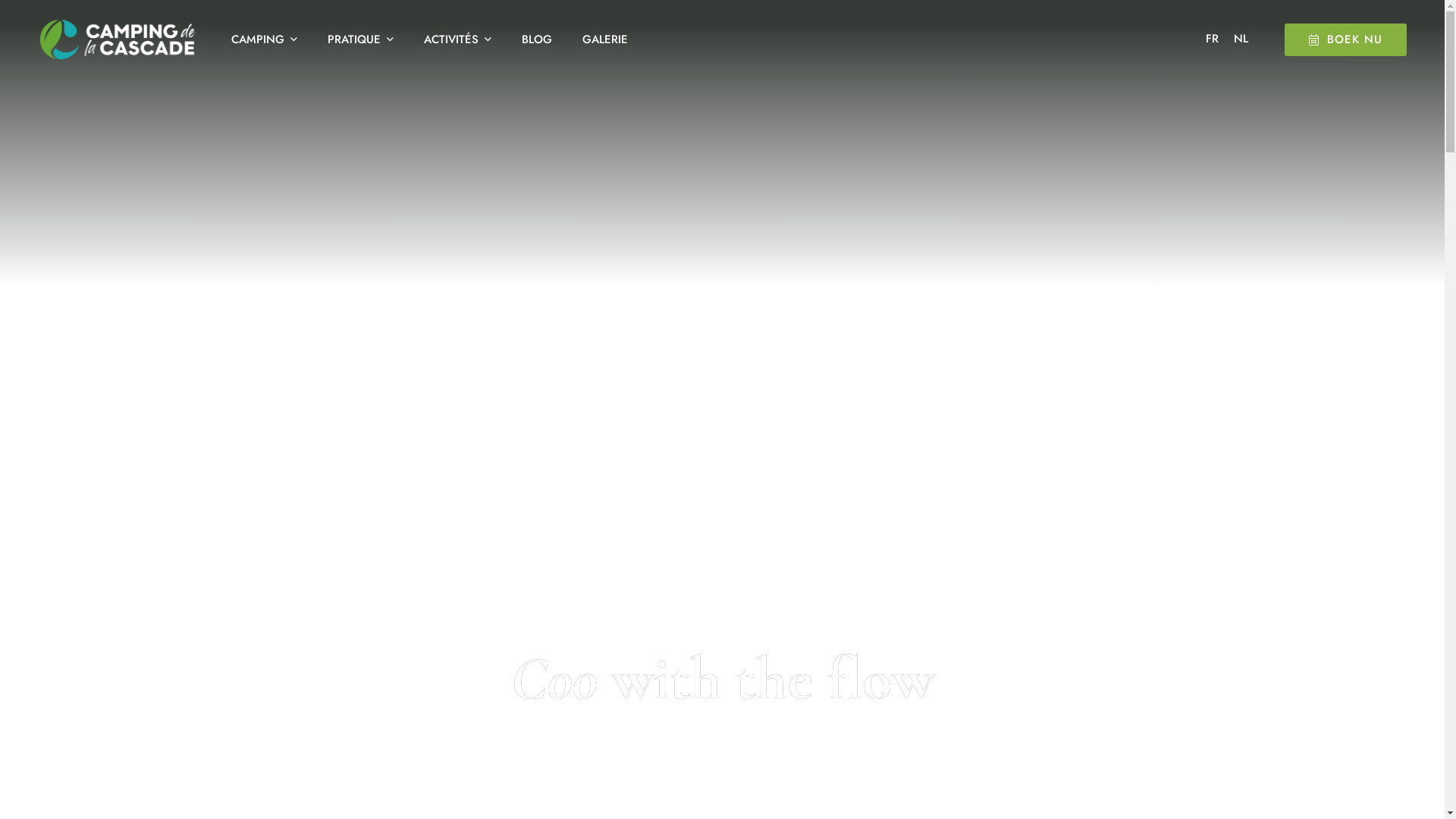 The width and height of the screenshot is (1456, 819). I want to click on 'PRATIQUE', so click(359, 38).